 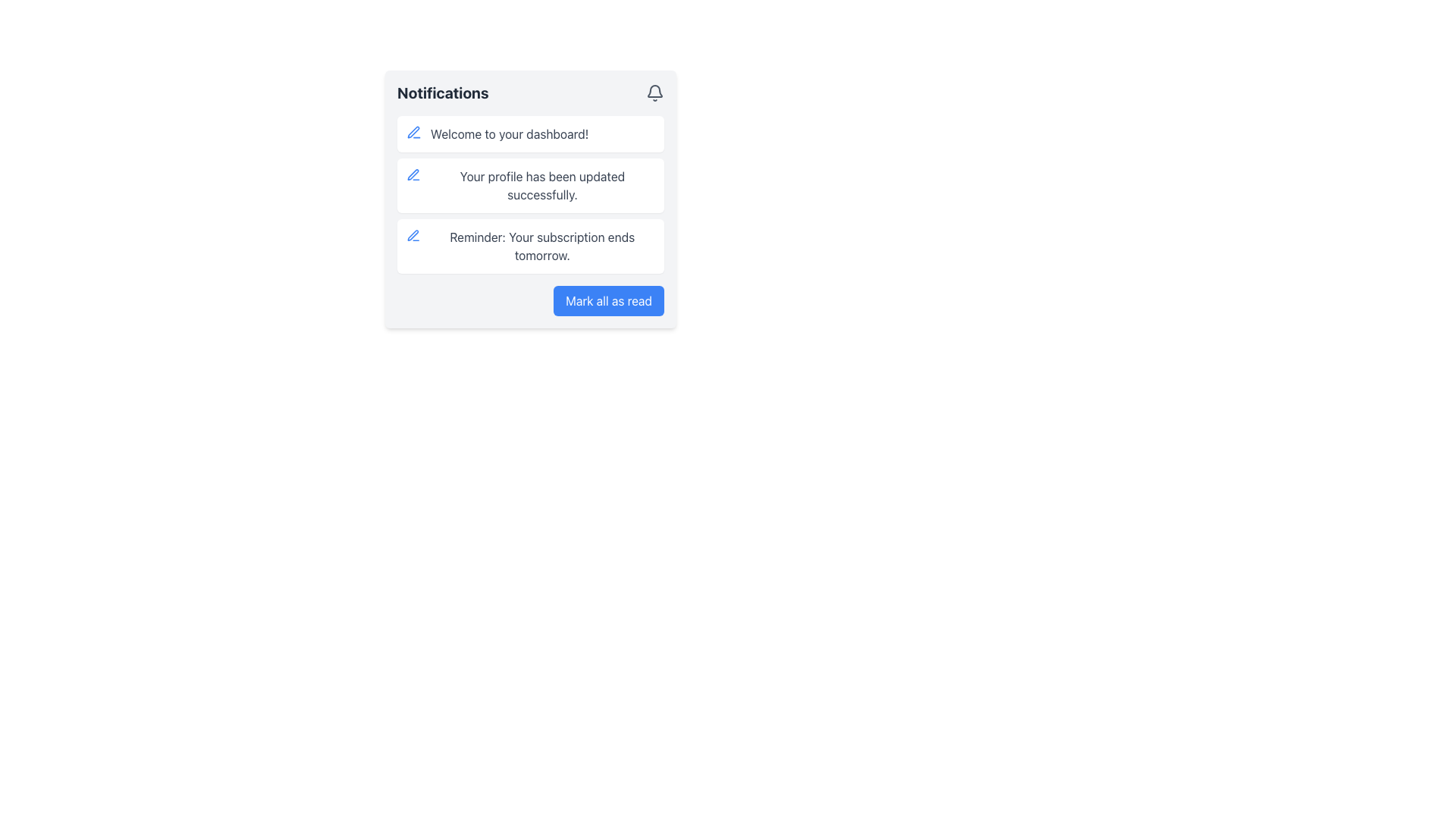 What do you see at coordinates (413, 174) in the screenshot?
I see `the blue pen icon, which is located to the left of the notification text 'Your profile has been updated successfully.'` at bounding box center [413, 174].